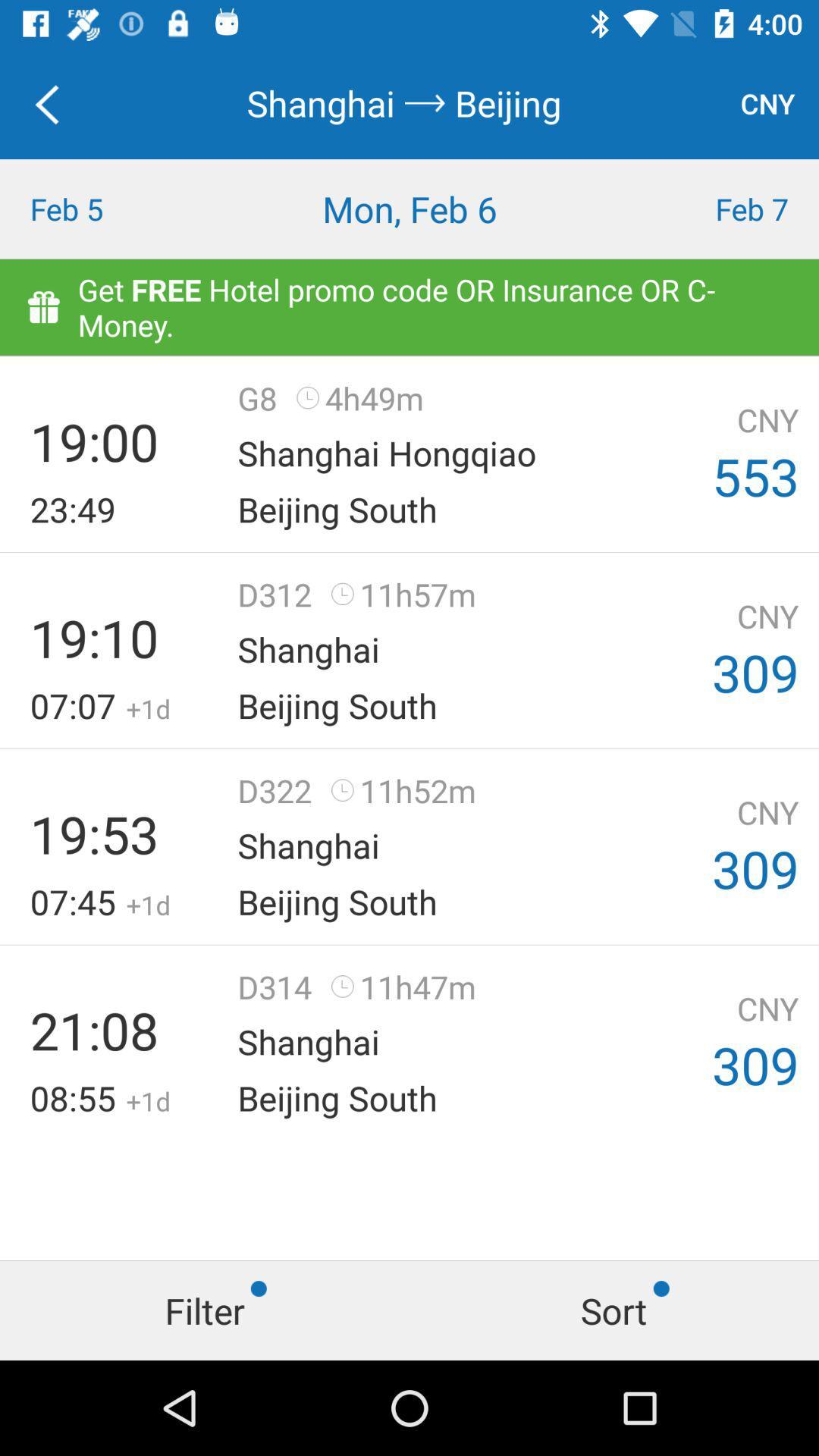 The image size is (819, 1456). Describe the element at coordinates (717, 208) in the screenshot. I see `item to the right of mon, feb 6 item` at that location.